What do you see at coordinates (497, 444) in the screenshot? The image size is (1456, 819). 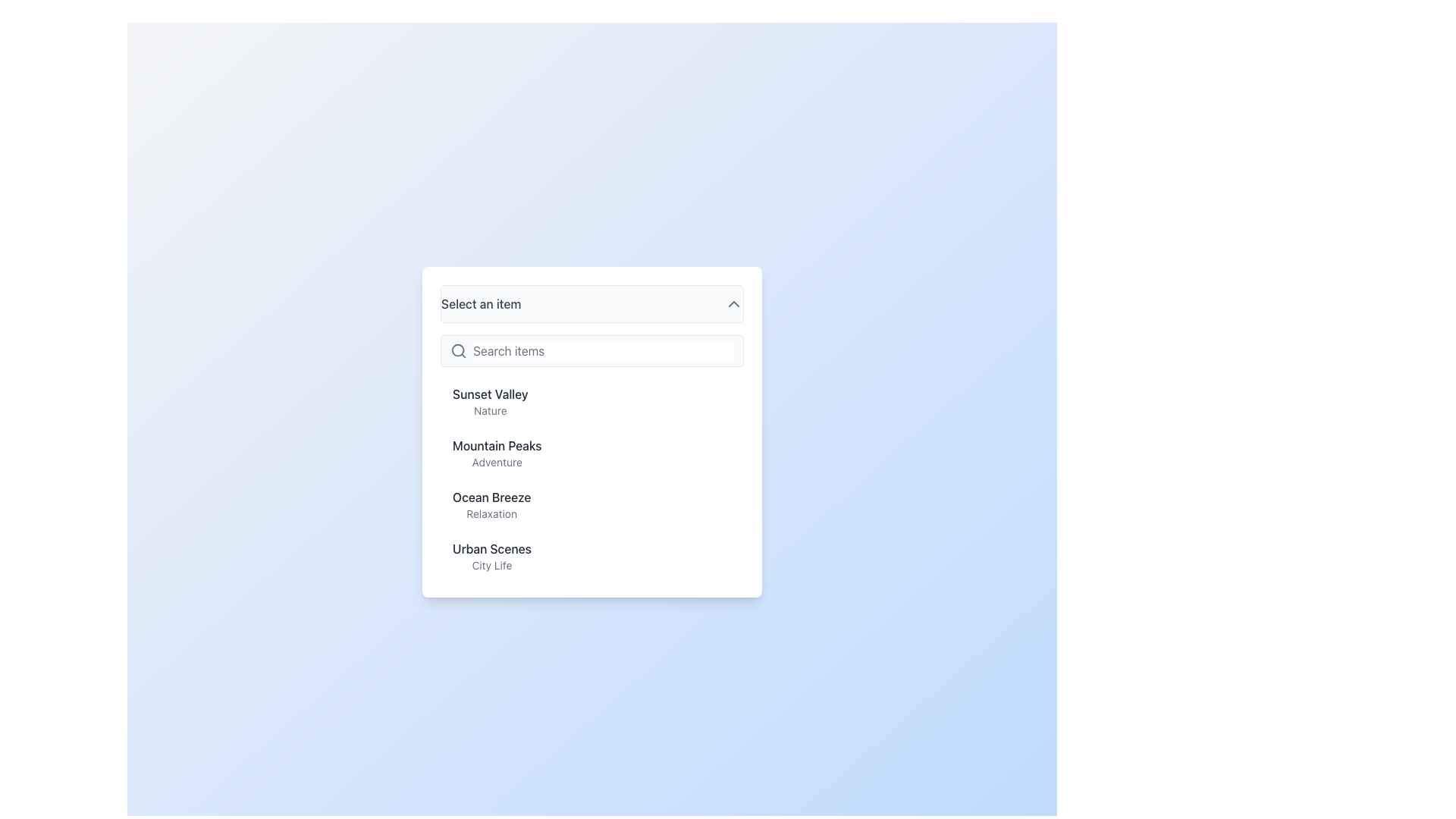 I see `the text label 'Mountain Peaks'` at bounding box center [497, 444].